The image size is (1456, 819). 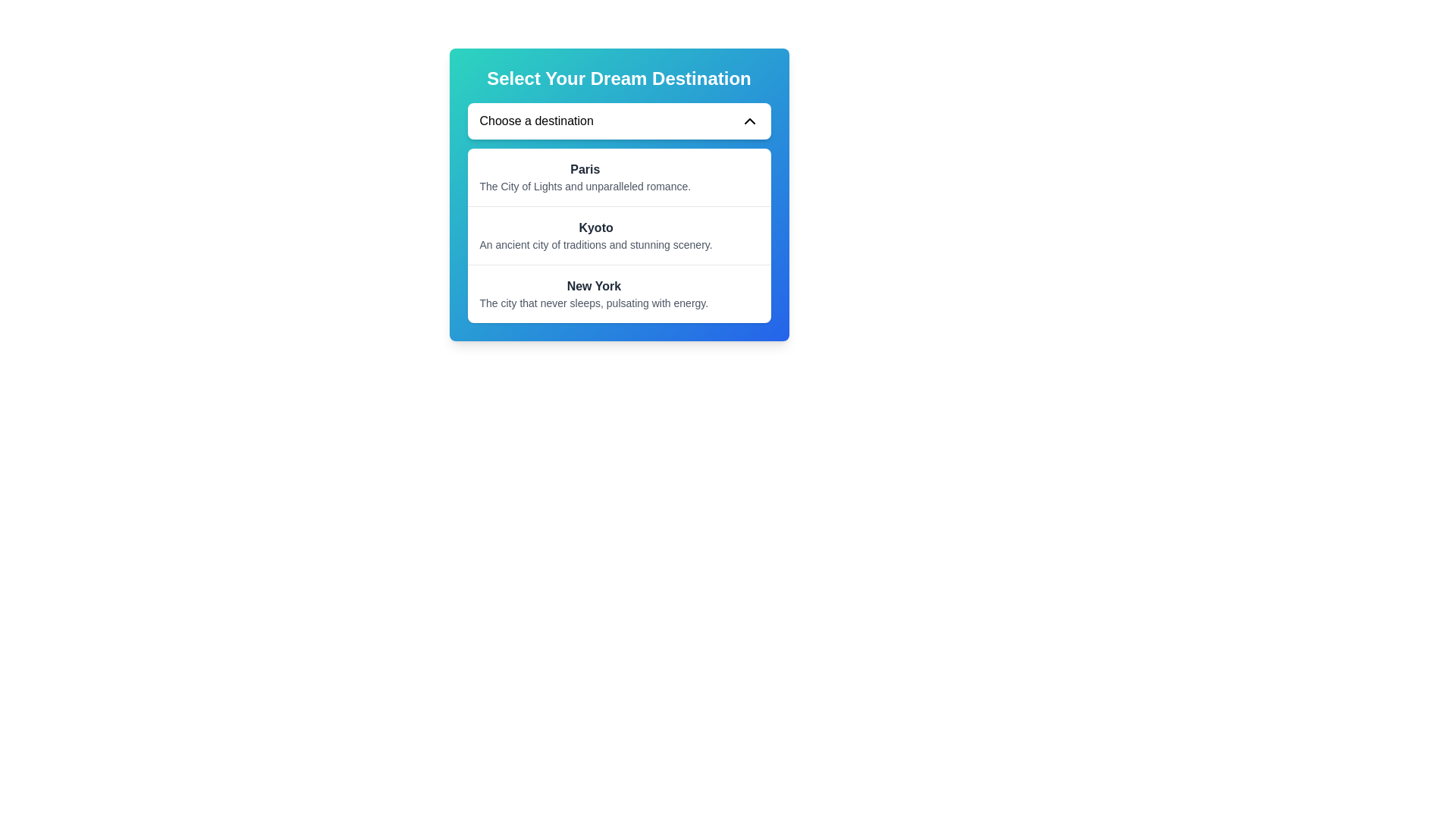 What do you see at coordinates (619, 177) in the screenshot?
I see `the first list item representing the option 'Paris' in the destination selection list` at bounding box center [619, 177].